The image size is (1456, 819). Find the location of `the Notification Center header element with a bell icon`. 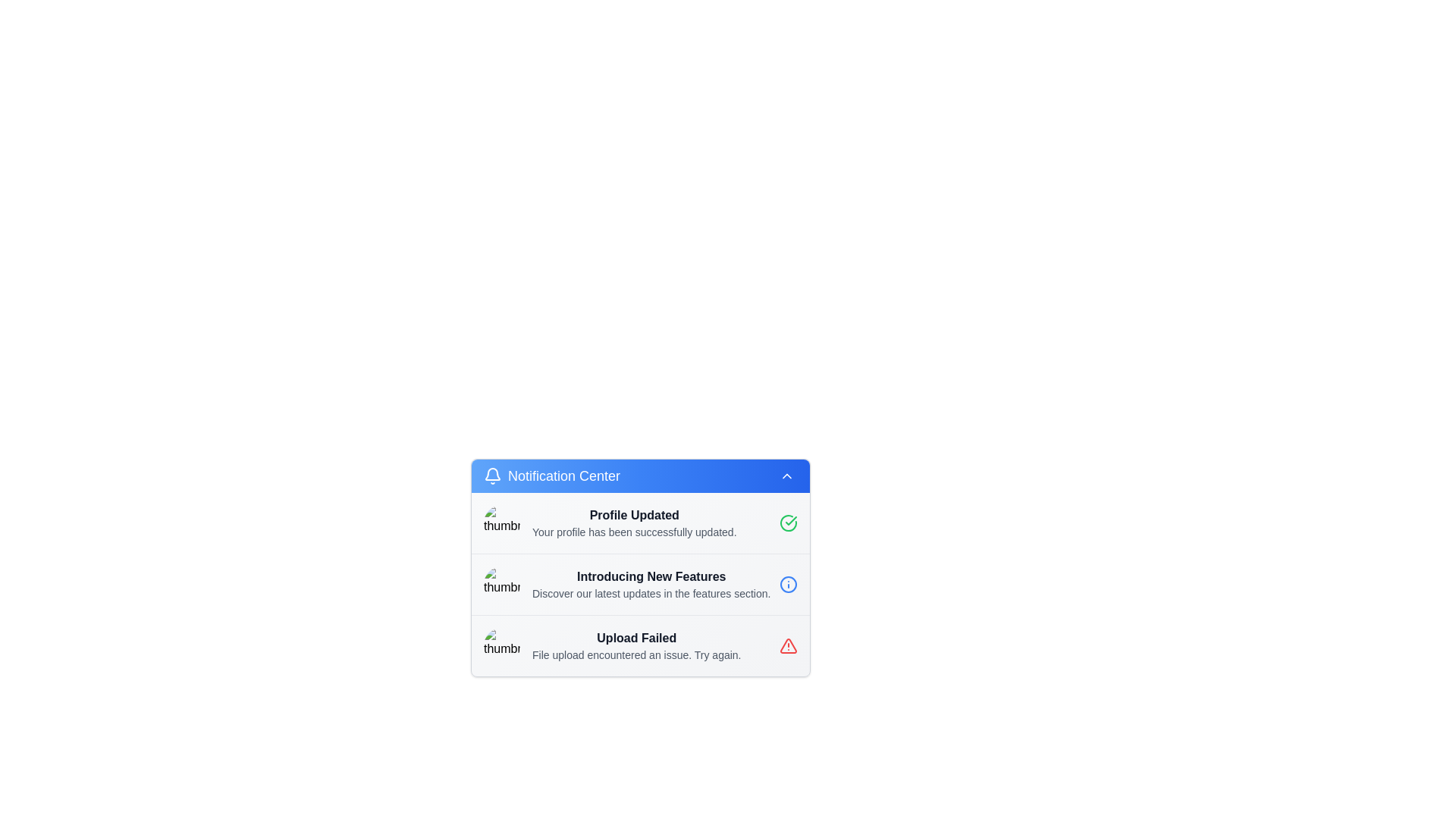

the Notification Center header element with a bell icon is located at coordinates (551, 475).